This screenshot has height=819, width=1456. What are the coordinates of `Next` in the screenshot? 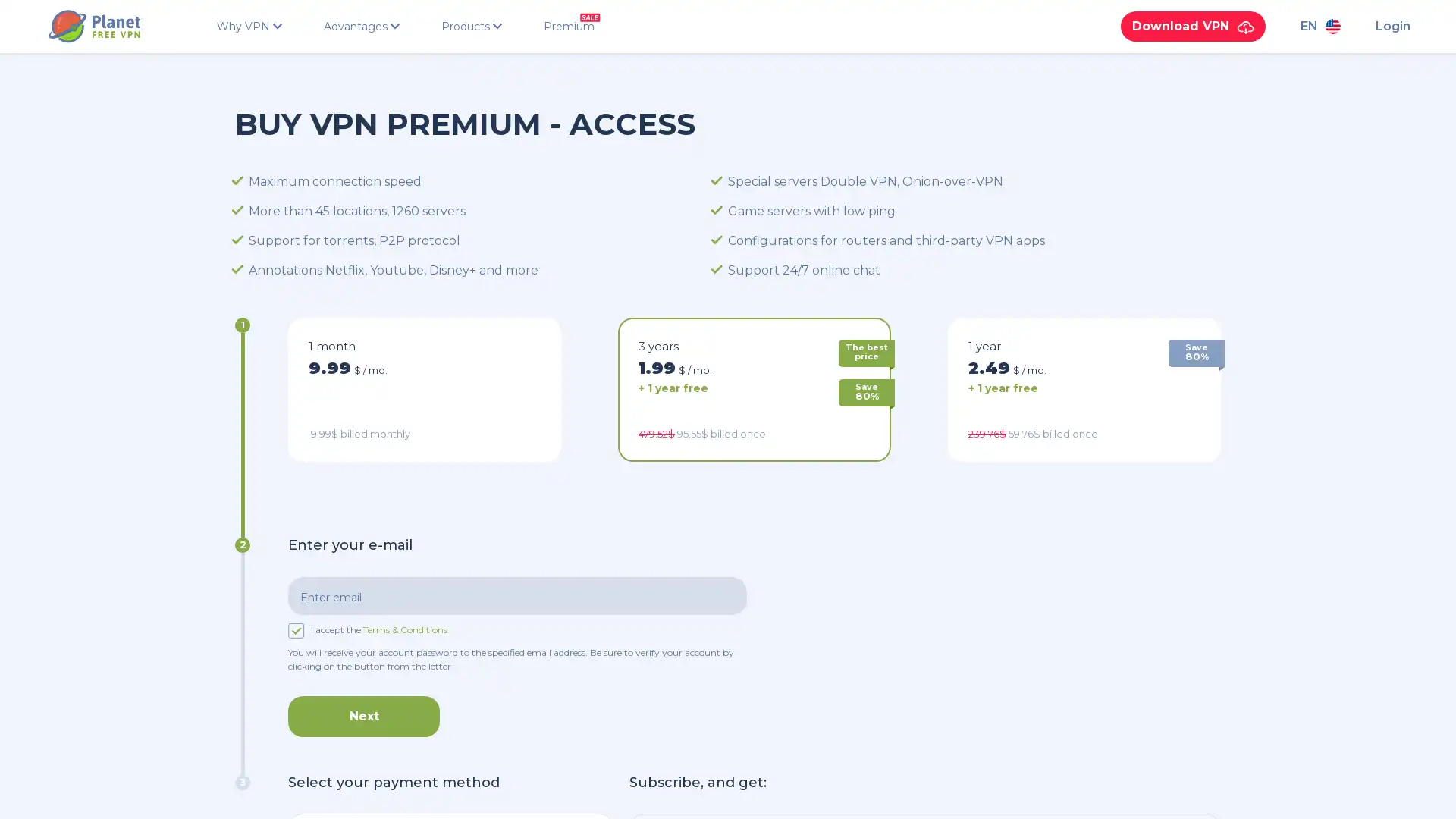 It's located at (364, 716).